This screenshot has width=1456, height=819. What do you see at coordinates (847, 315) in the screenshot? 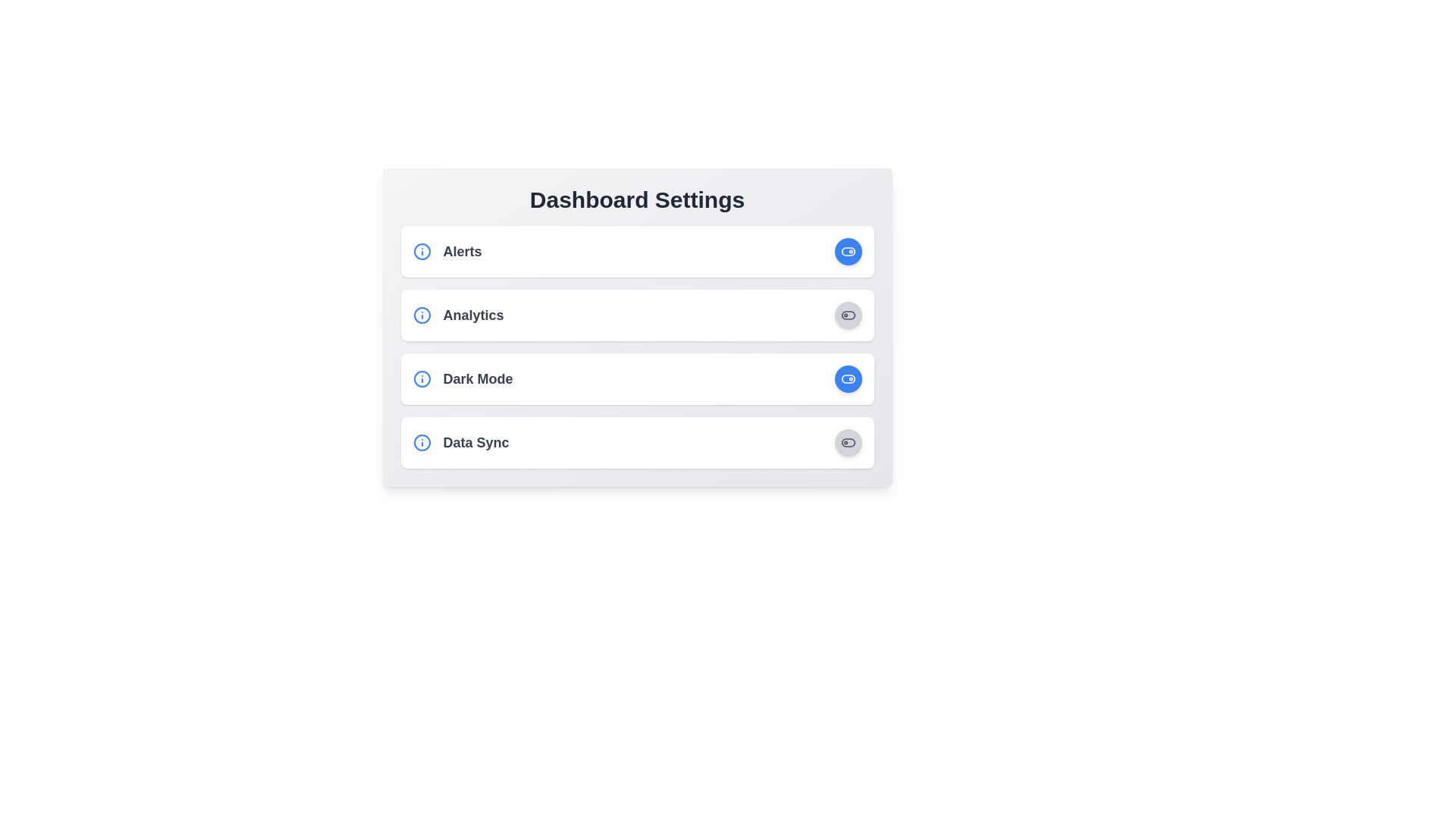
I see `toggle button for Analytics to toggle its state` at bounding box center [847, 315].